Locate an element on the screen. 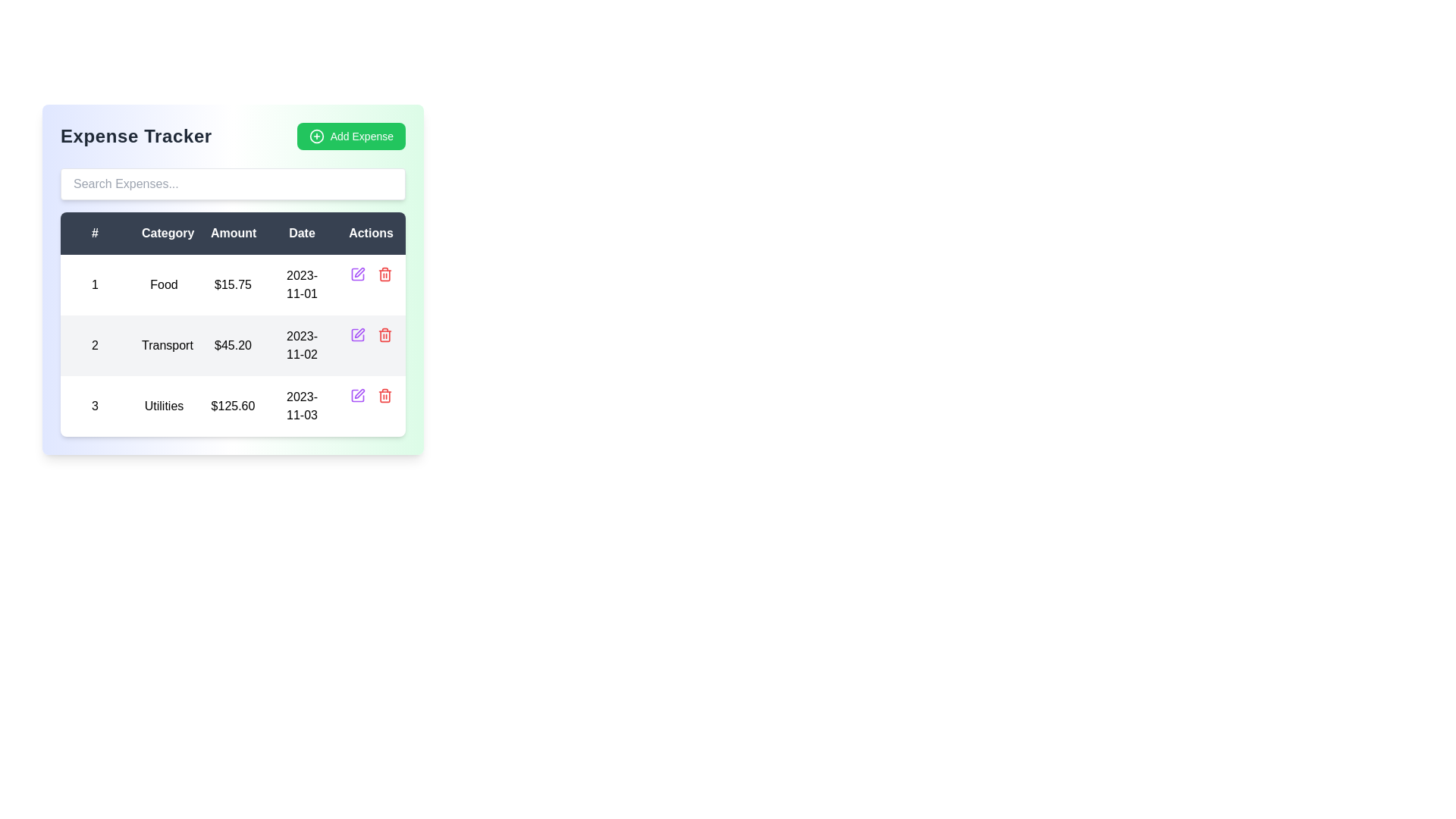 The height and width of the screenshot is (819, 1456). the delete icon located in the 'Actions' column of the second row associated with the 'Transport' entry in the expense tracker table to initiate delete is located at coordinates (384, 334).